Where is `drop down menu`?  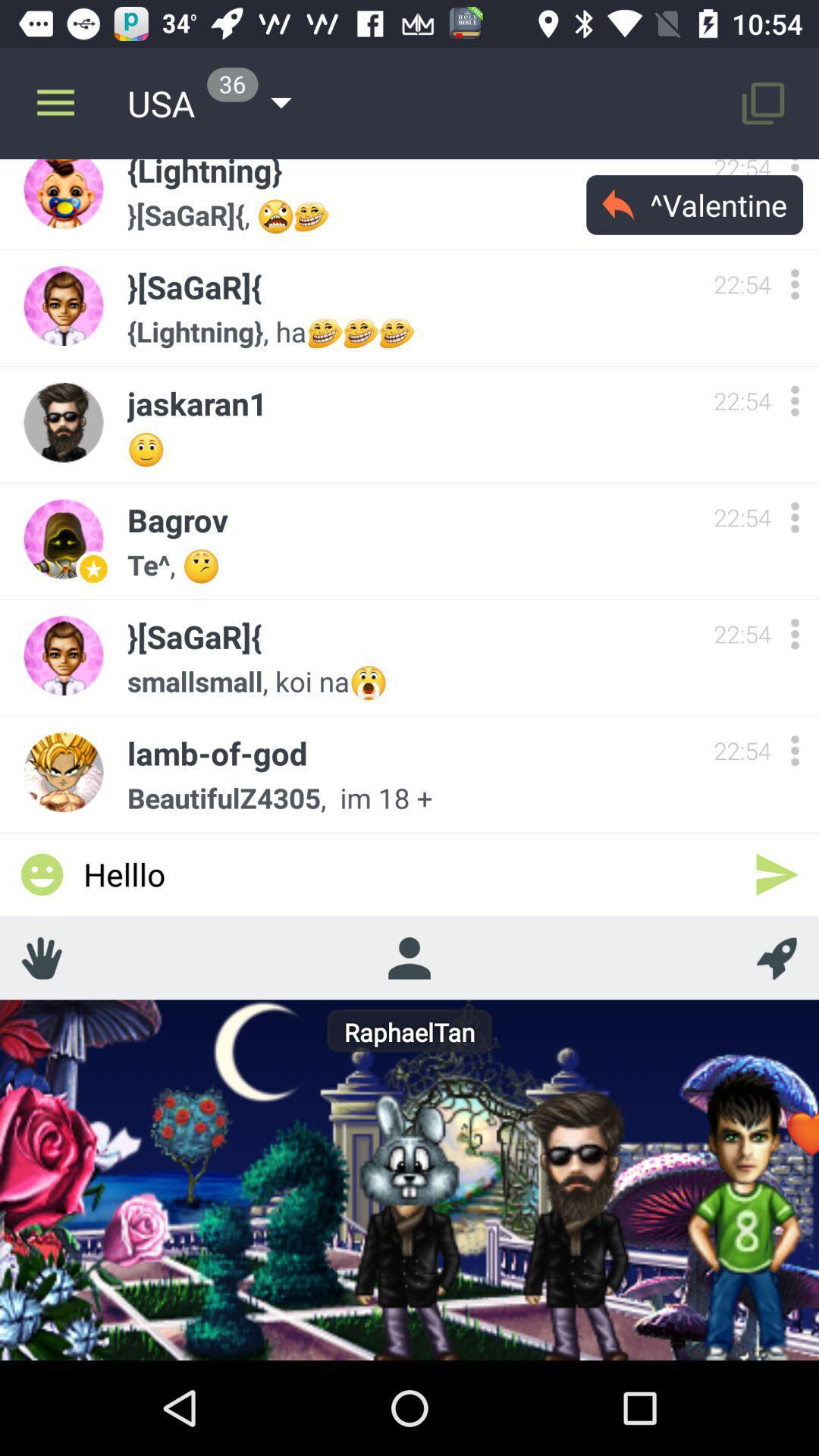
drop down menu is located at coordinates (794, 517).